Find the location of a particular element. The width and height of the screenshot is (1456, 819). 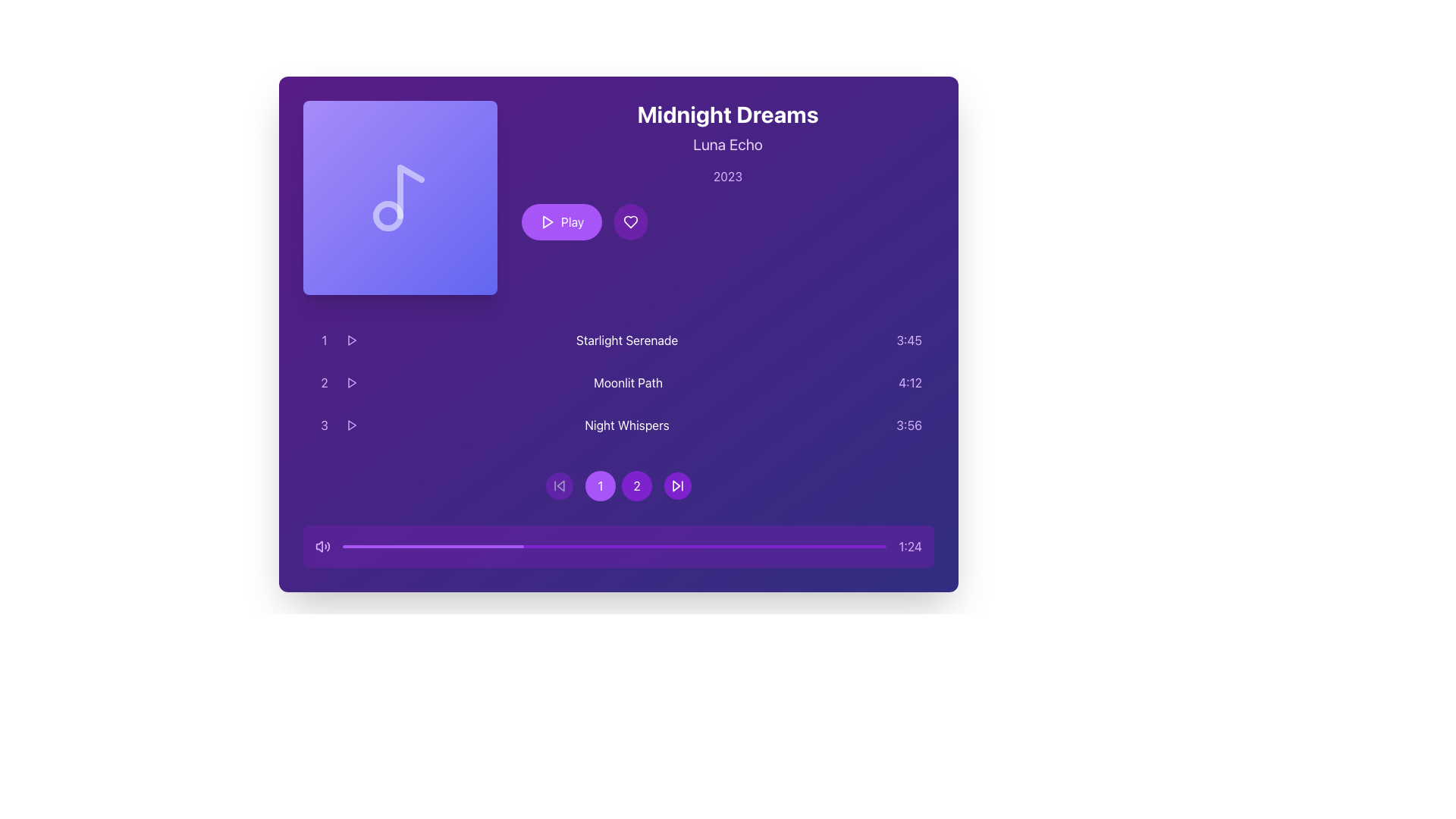

the play button located in the third row of the music playlist interface, adjacent to the number '3', to enable keyboard navigation is located at coordinates (351, 425).